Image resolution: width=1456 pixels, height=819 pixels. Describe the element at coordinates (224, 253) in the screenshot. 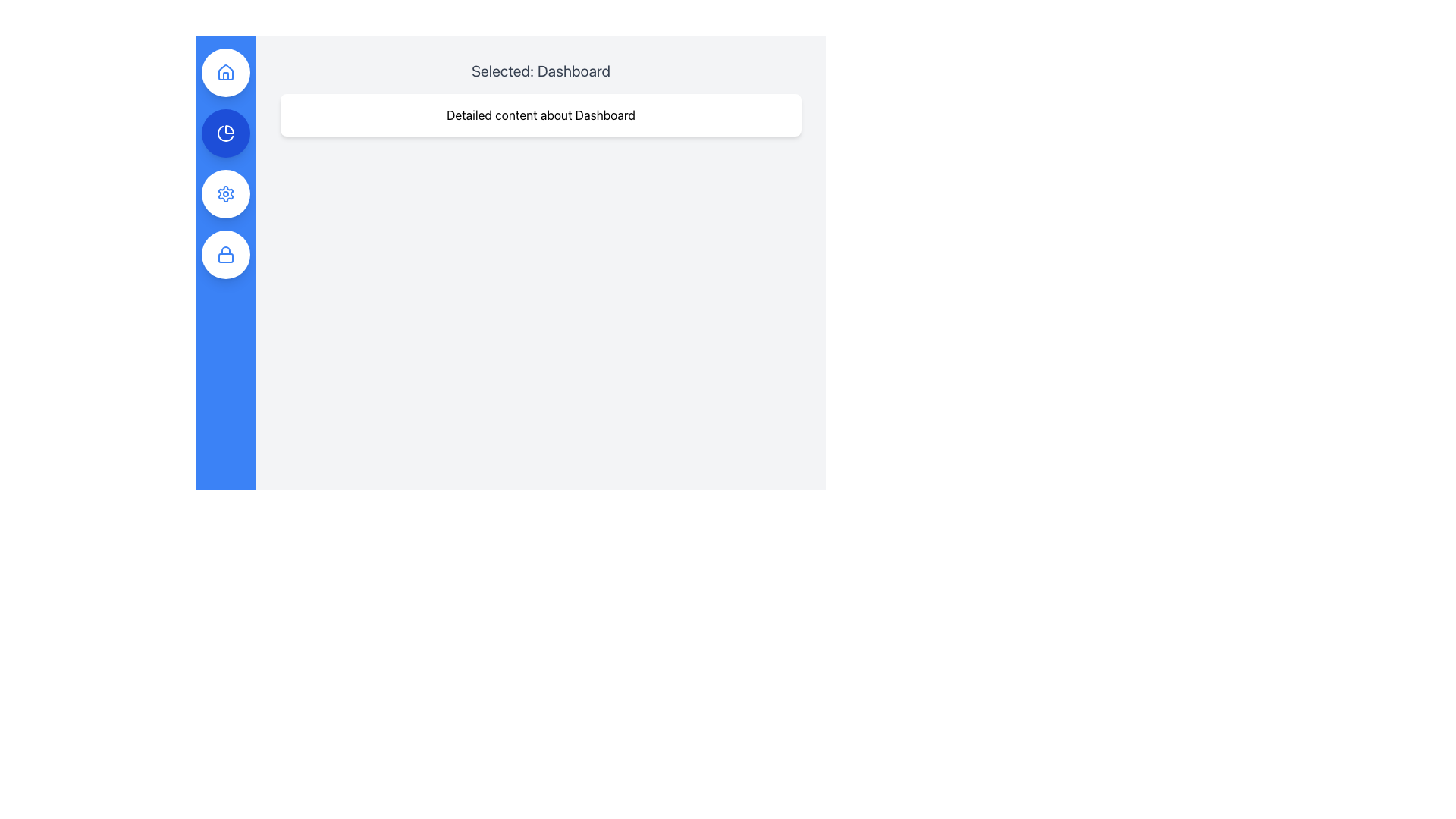

I see `the lock icon, which is a simple blue outlined icon representing a lock, positioned in the vertically stacked navigation bar on the left side of the interface` at that location.